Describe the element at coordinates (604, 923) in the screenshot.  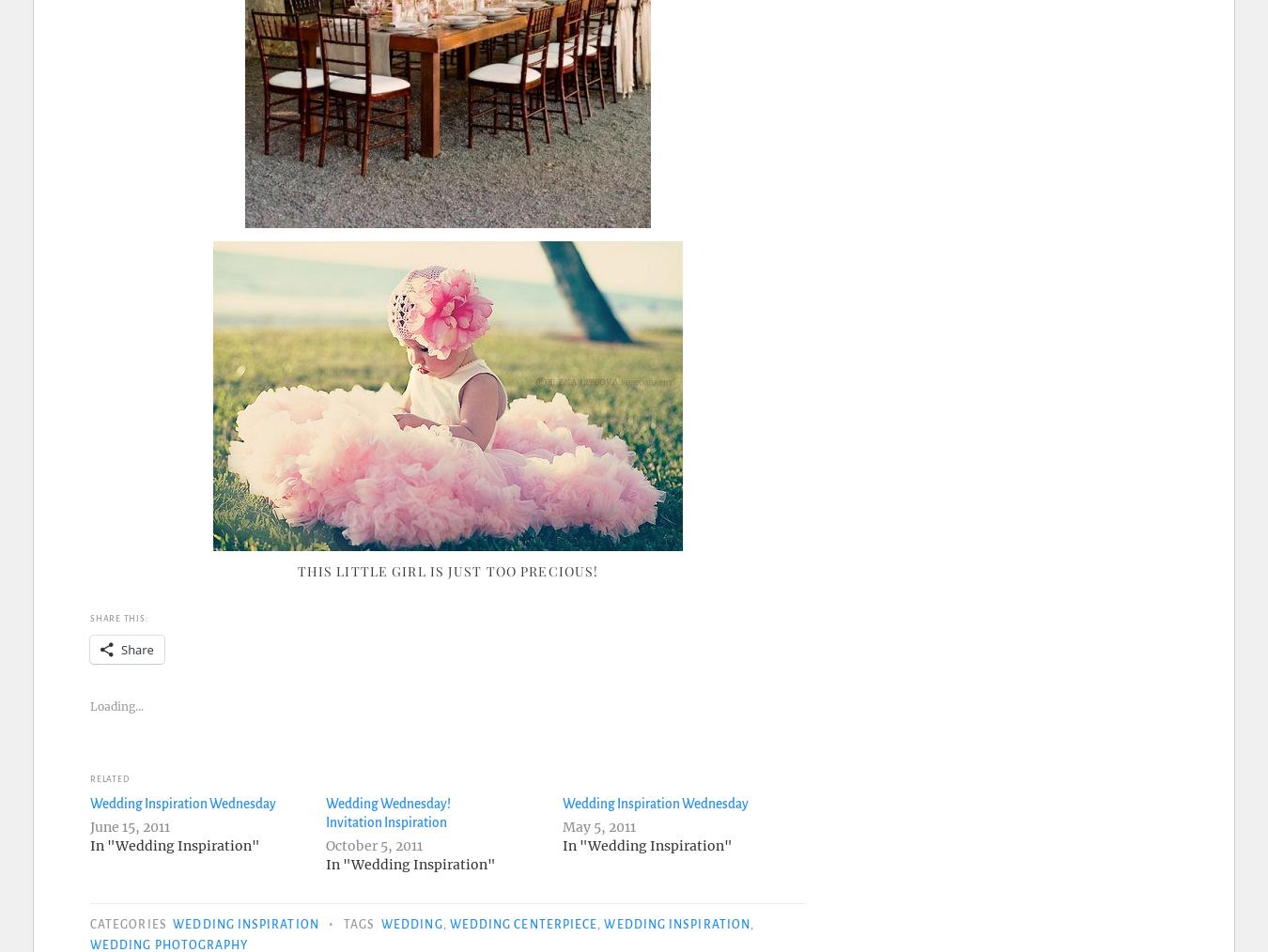
I see `'wedding inspiration'` at that location.